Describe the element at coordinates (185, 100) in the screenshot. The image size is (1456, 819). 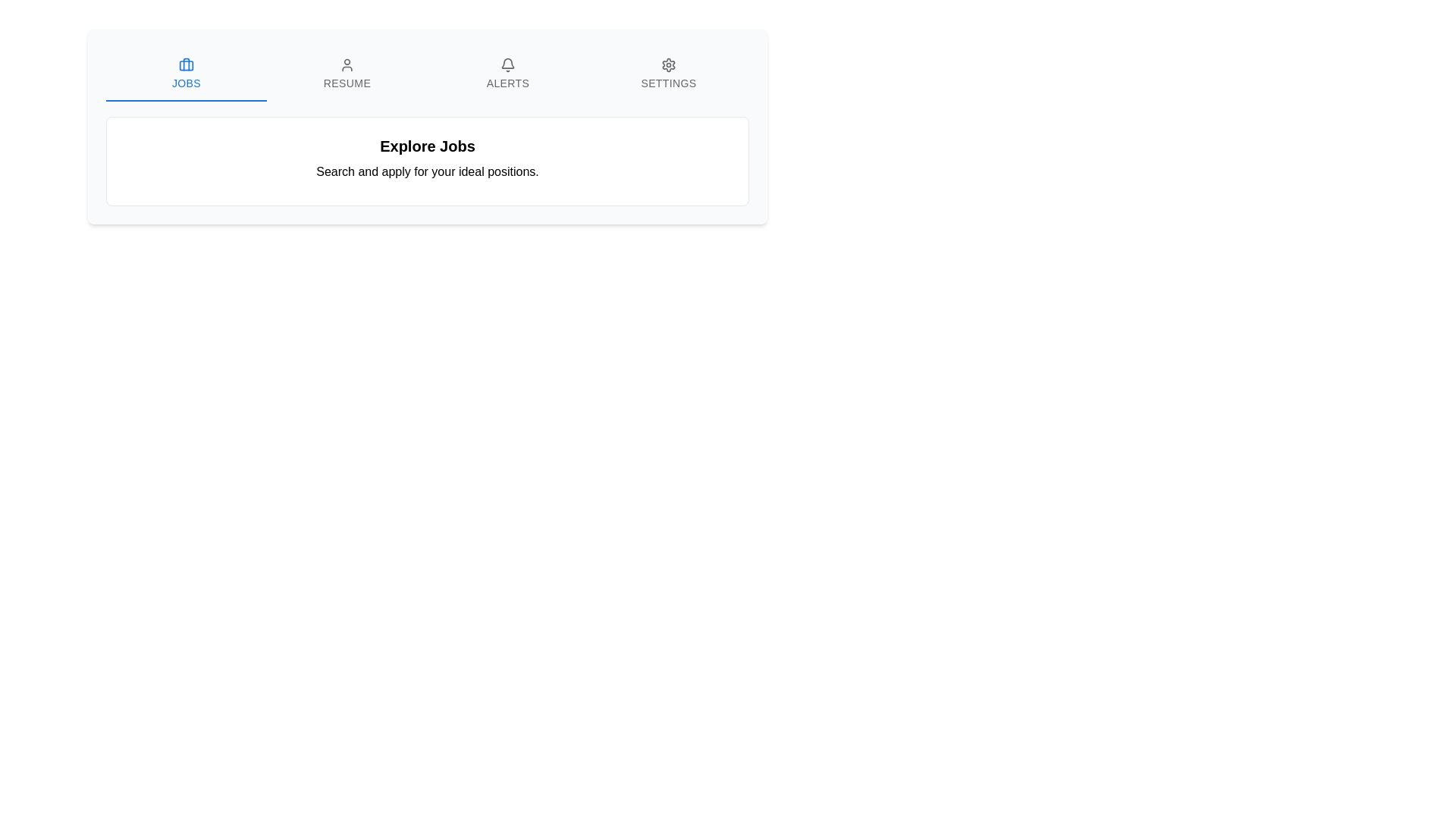
I see `the Indicator bar located beneath the 'Jobs' tab in the horizontal navigation menu` at that location.